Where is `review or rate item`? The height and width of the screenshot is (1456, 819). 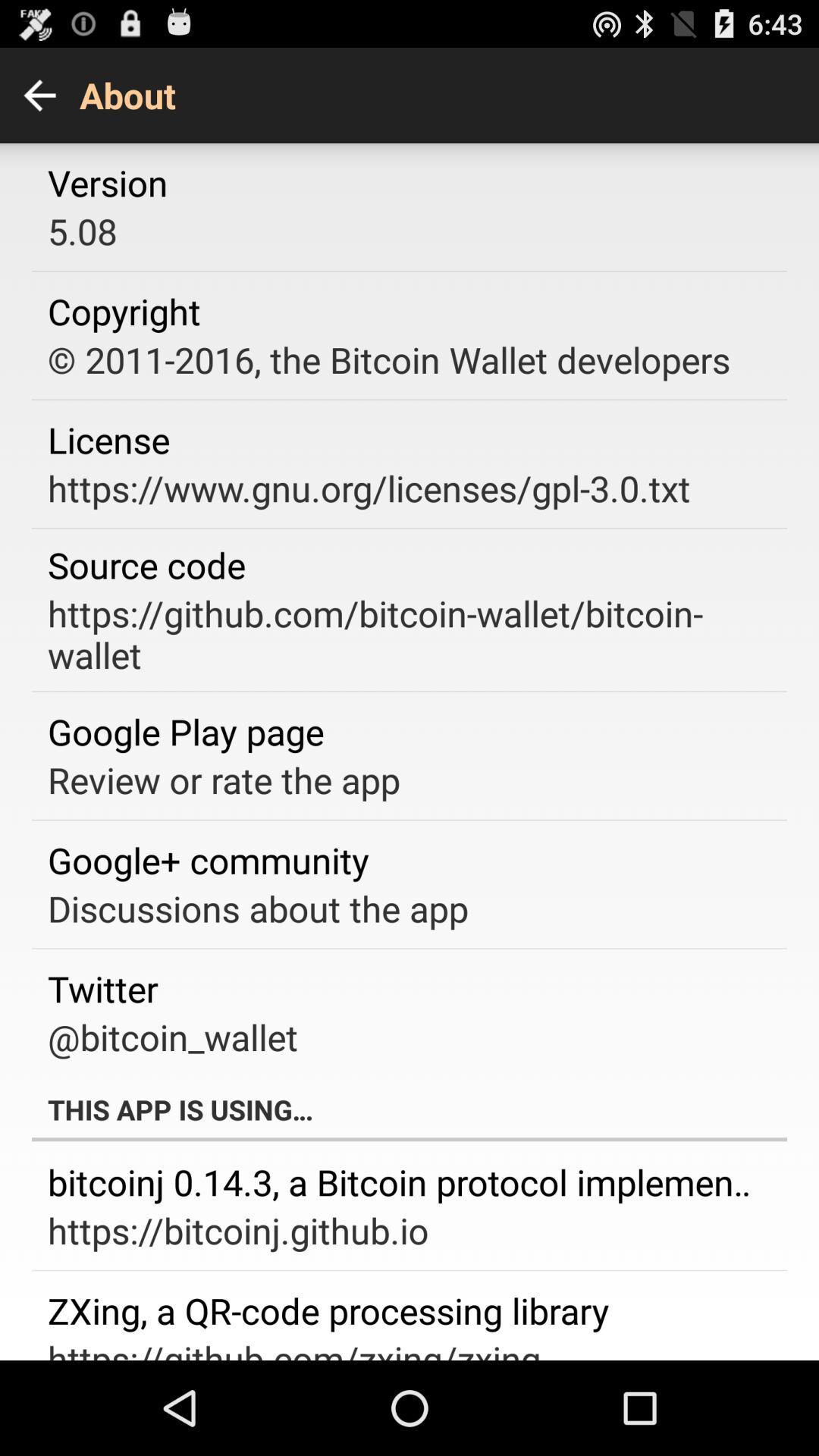
review or rate item is located at coordinates (224, 780).